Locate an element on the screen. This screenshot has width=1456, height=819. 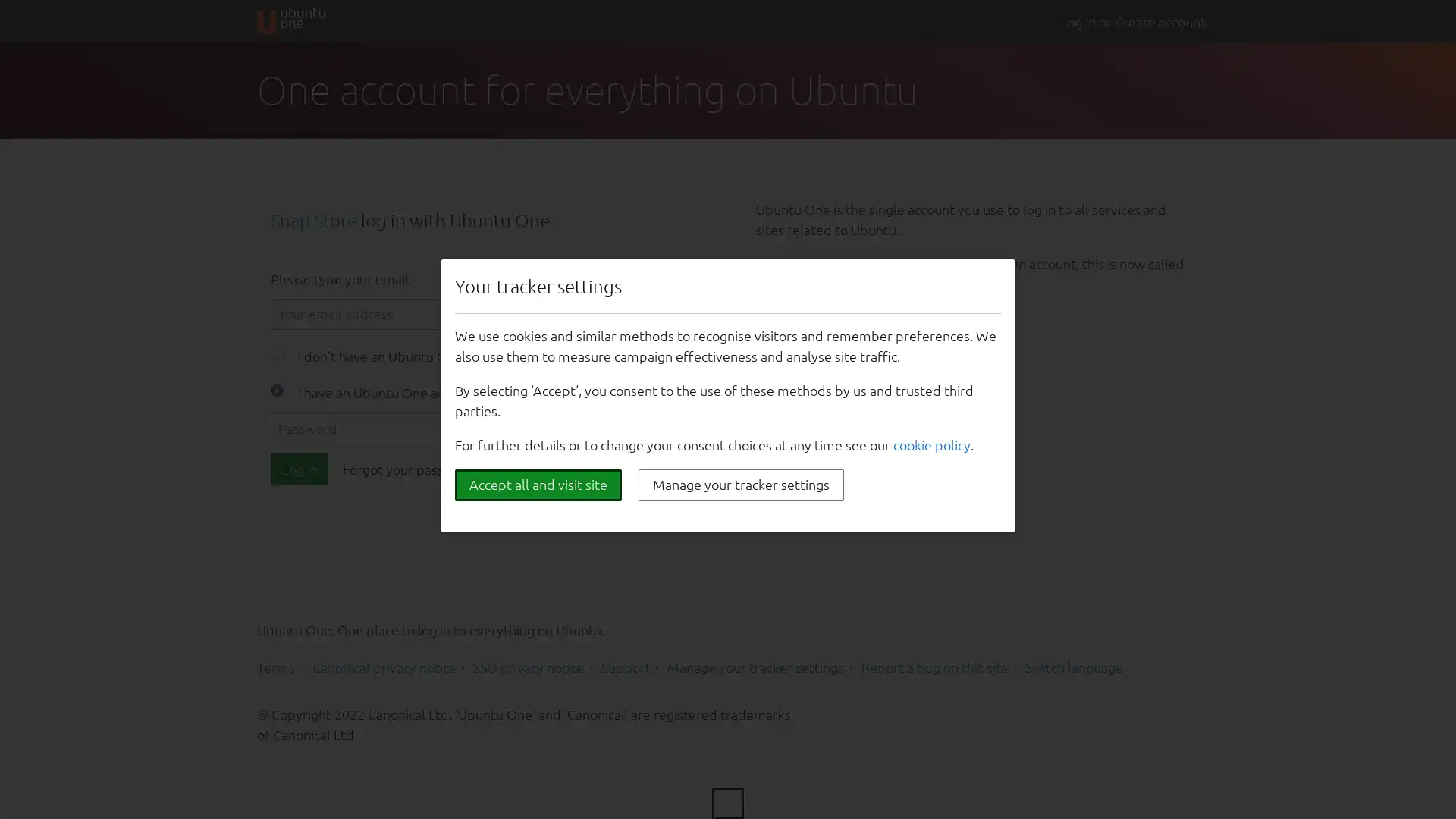
Accept all and visit site is located at coordinates (538, 485).